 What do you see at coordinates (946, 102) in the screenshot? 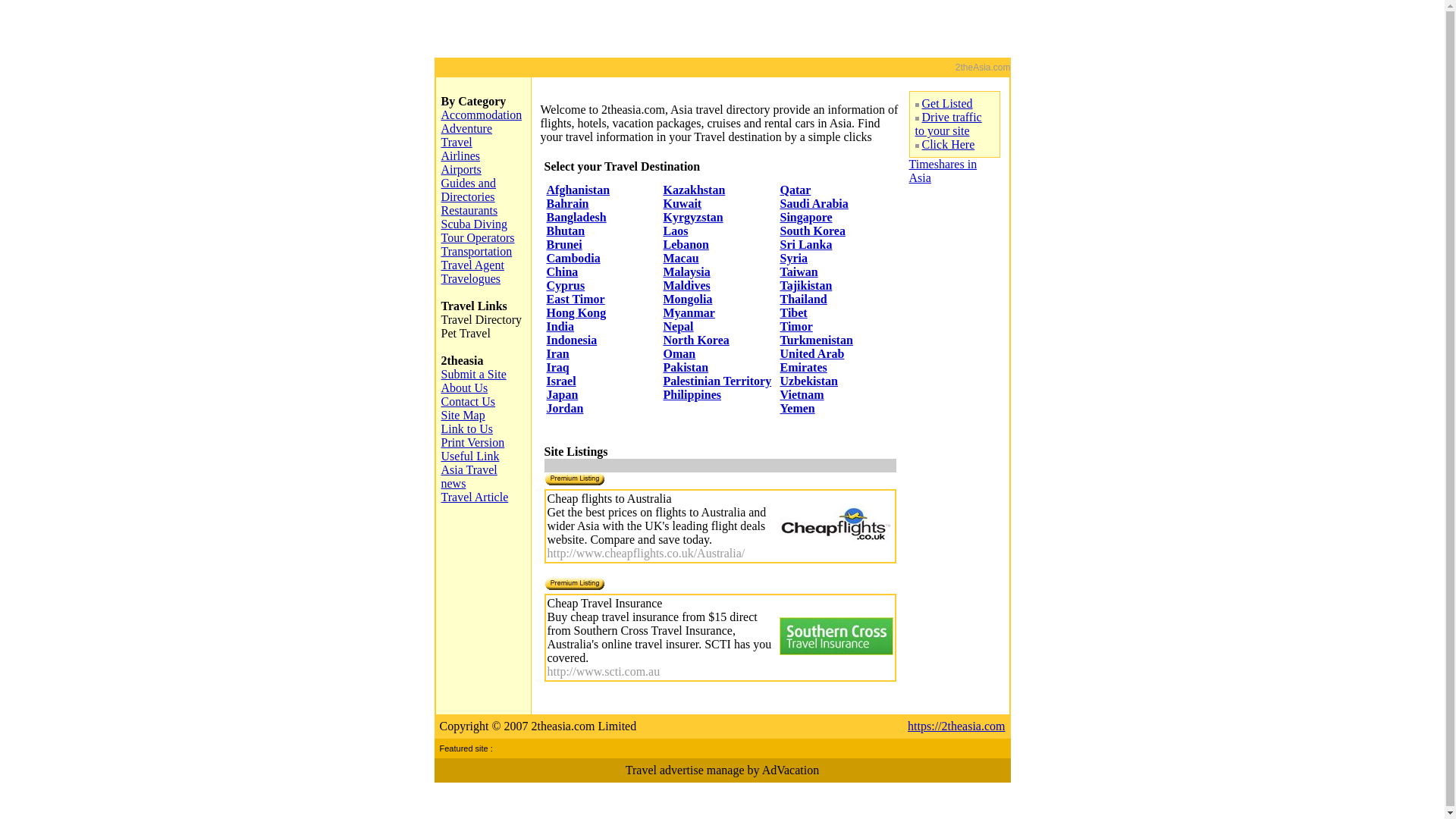
I see `'Get Listed'` at bounding box center [946, 102].